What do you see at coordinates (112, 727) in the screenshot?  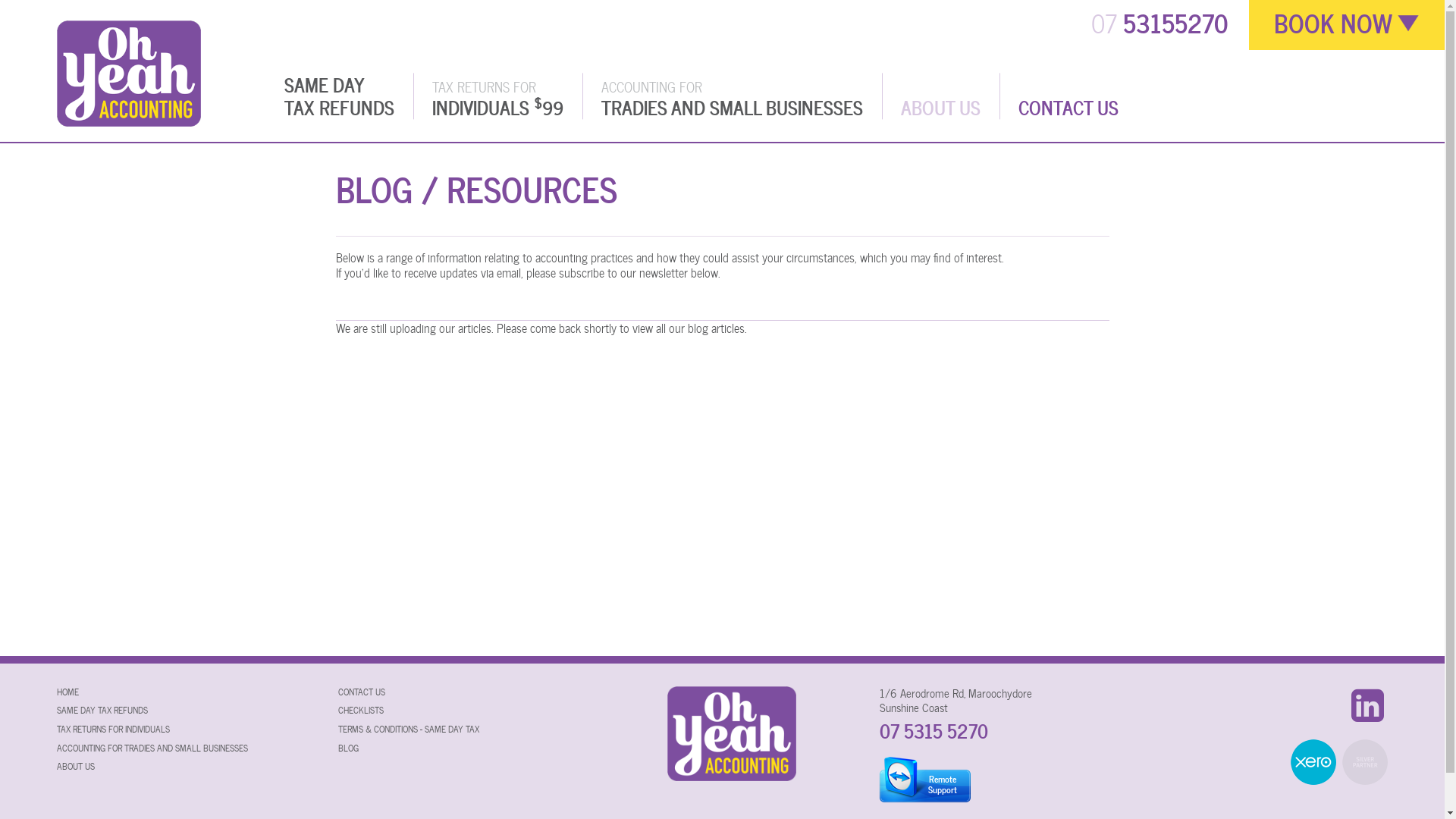 I see `'TAX RETURNS FOR INDIVIDUALS'` at bounding box center [112, 727].